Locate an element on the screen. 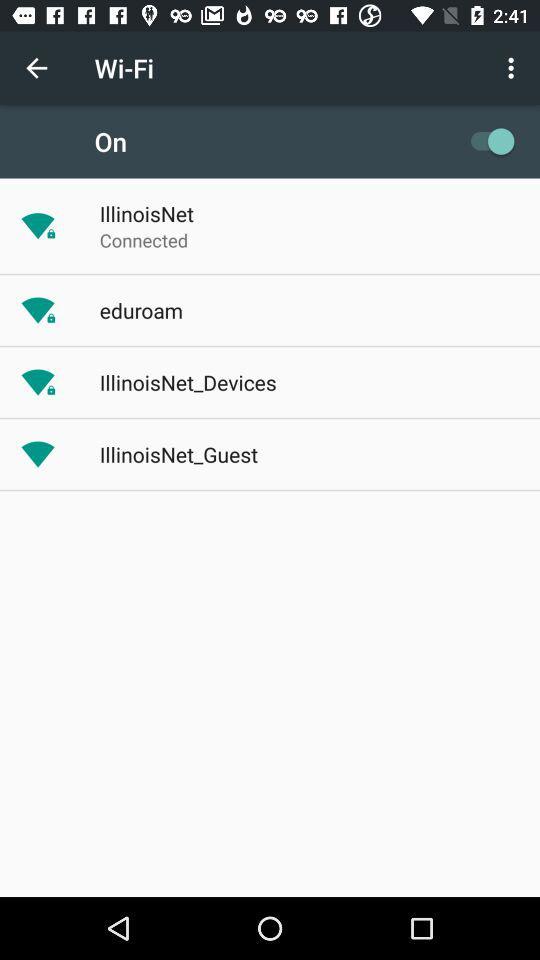 This screenshot has width=540, height=960. the item to the right of on app is located at coordinates (486, 140).